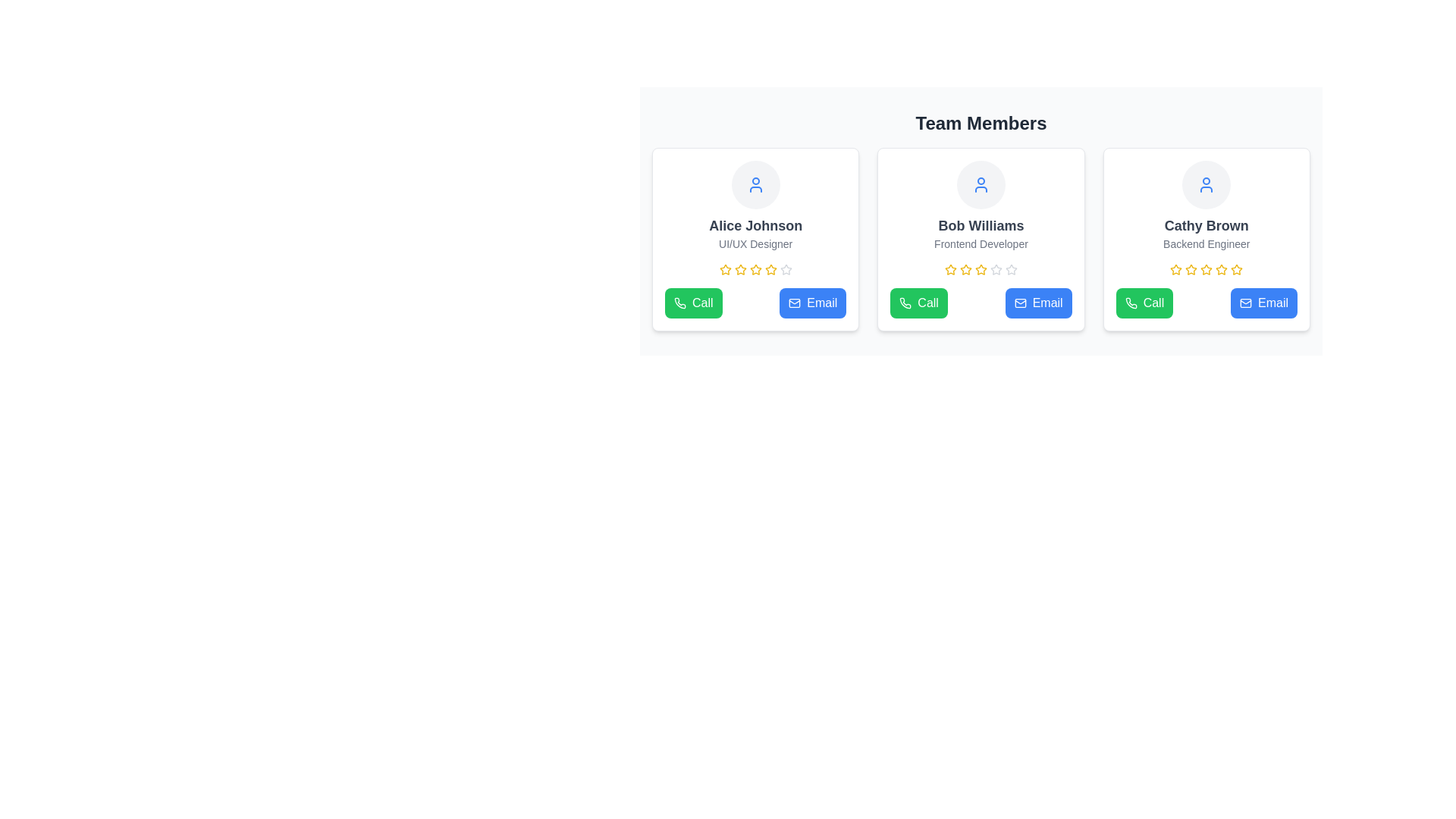 Image resolution: width=1456 pixels, height=819 pixels. Describe the element at coordinates (981, 243) in the screenshot. I see `the static text element indicating the professional title of 'Bob Williams', which is located below his name and above the rating stars` at that location.